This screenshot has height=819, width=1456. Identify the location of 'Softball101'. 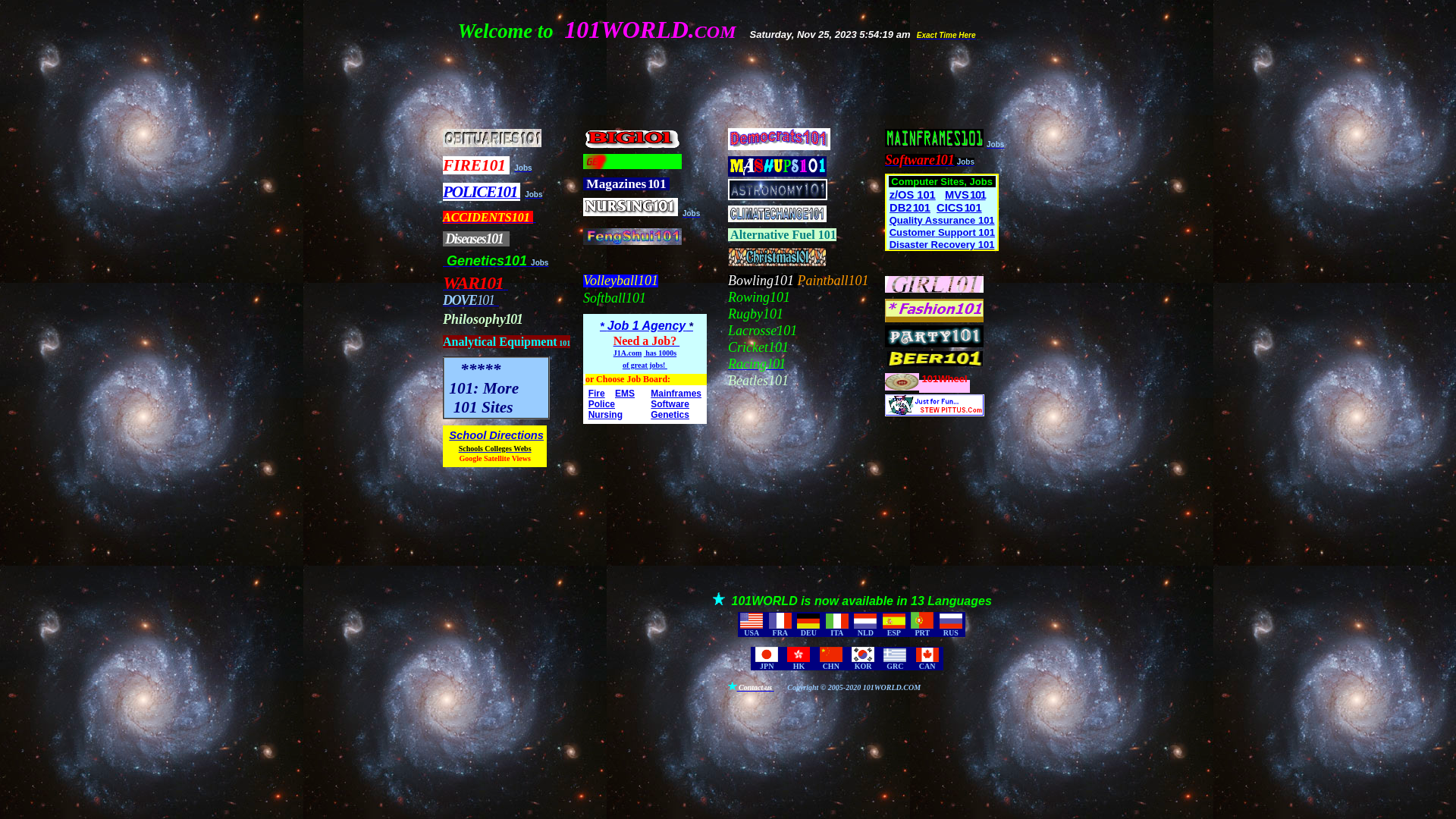
(614, 298).